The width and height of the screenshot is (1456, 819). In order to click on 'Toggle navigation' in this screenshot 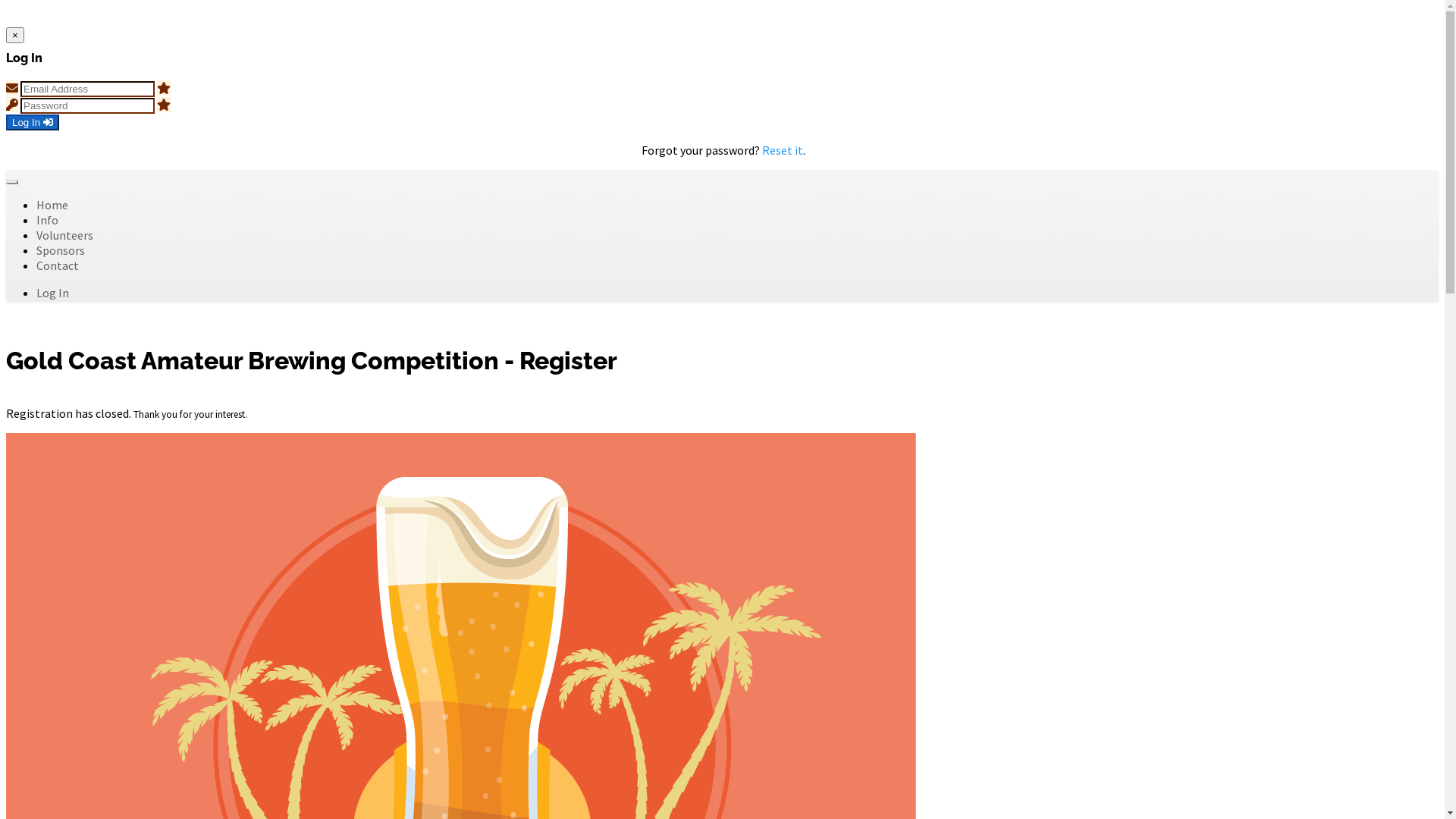, I will do `click(11, 180)`.